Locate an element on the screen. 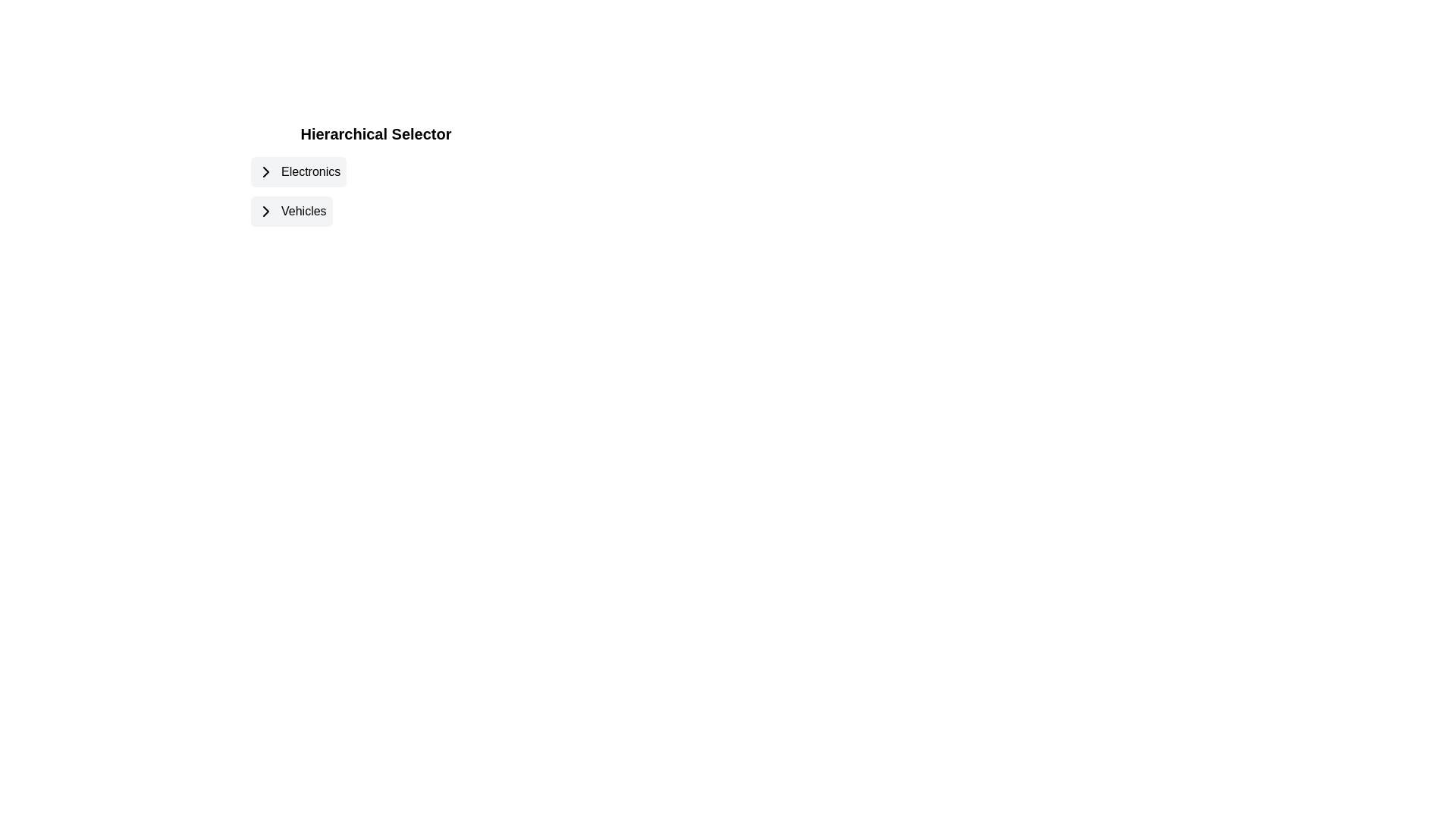 The width and height of the screenshot is (1456, 819). the Chevron-Right icon next to the 'Electronics' label is located at coordinates (265, 171).